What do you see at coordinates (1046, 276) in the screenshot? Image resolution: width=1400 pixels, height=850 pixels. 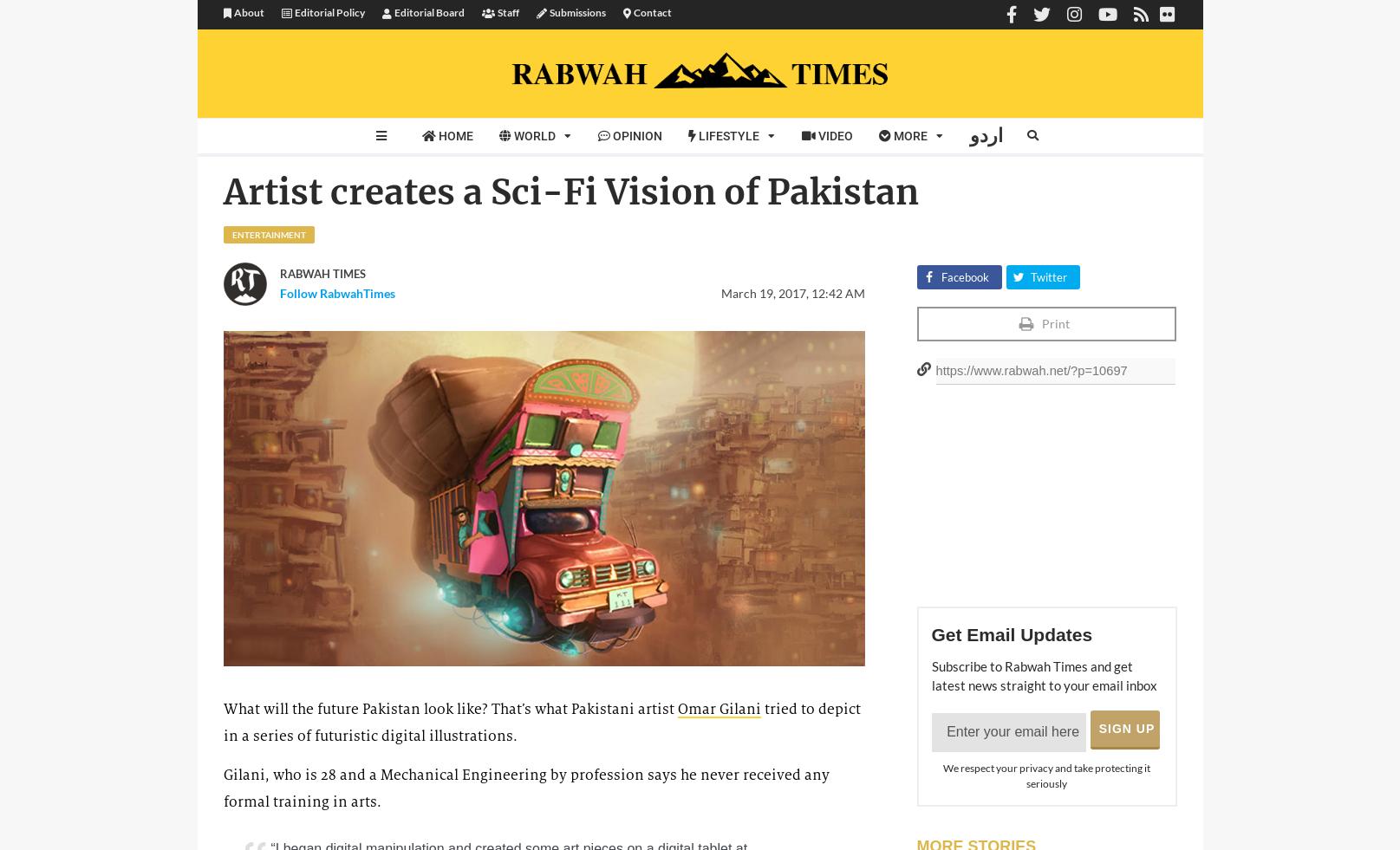 I see `'Twitter'` at bounding box center [1046, 276].